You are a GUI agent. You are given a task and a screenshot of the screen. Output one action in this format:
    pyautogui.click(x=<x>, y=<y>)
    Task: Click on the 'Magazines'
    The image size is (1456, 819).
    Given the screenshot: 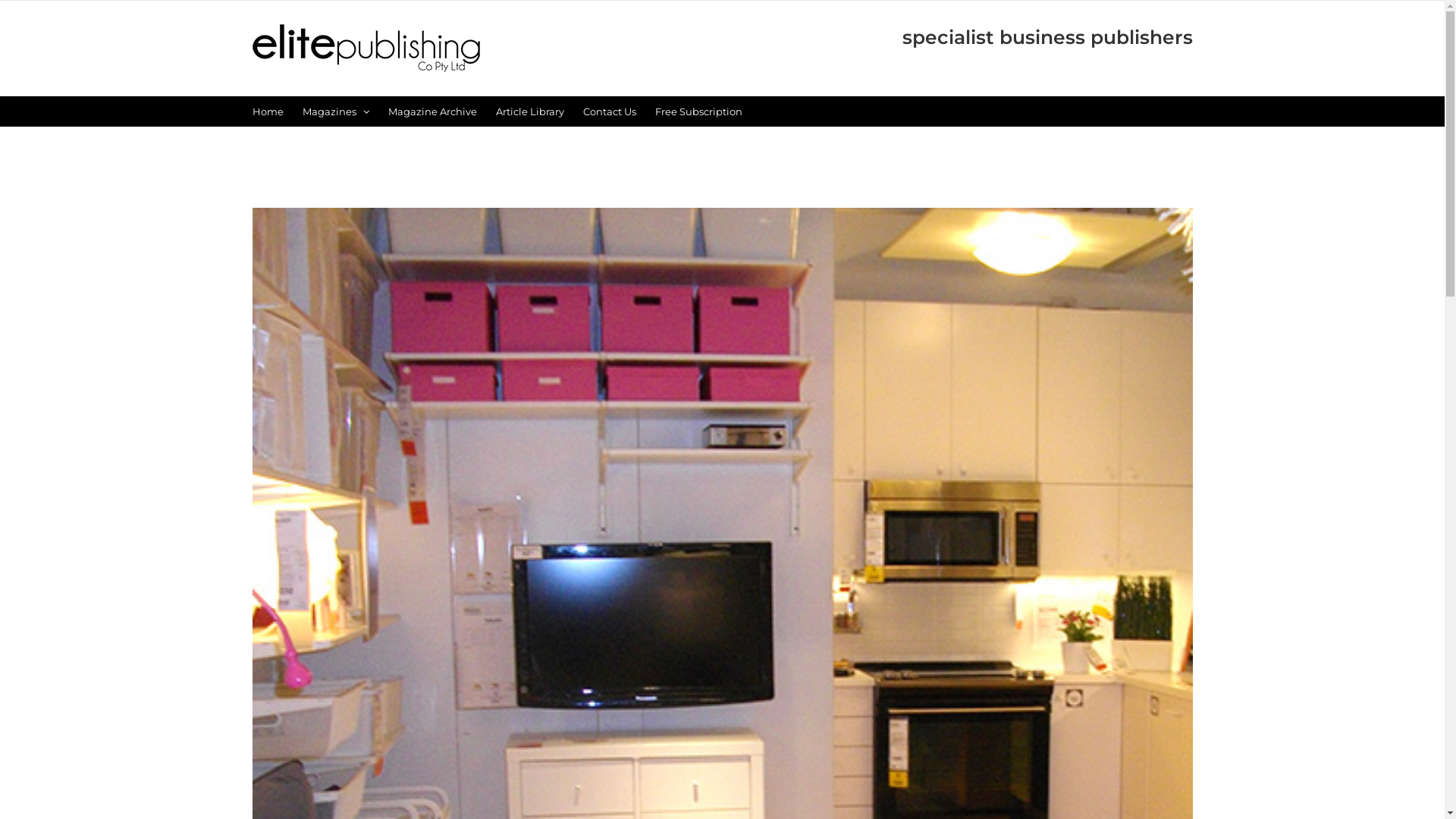 What is the action you would take?
    pyautogui.click(x=334, y=110)
    